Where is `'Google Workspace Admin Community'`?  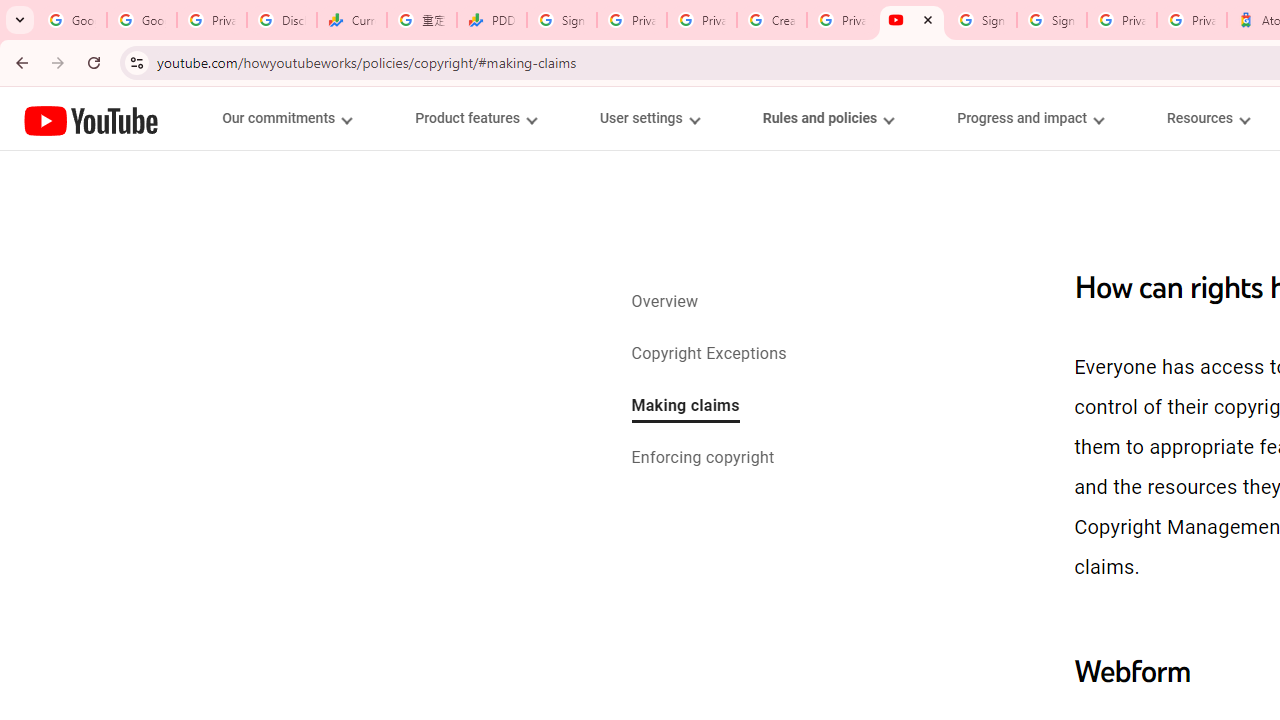
'Google Workspace Admin Community' is located at coordinates (72, 20).